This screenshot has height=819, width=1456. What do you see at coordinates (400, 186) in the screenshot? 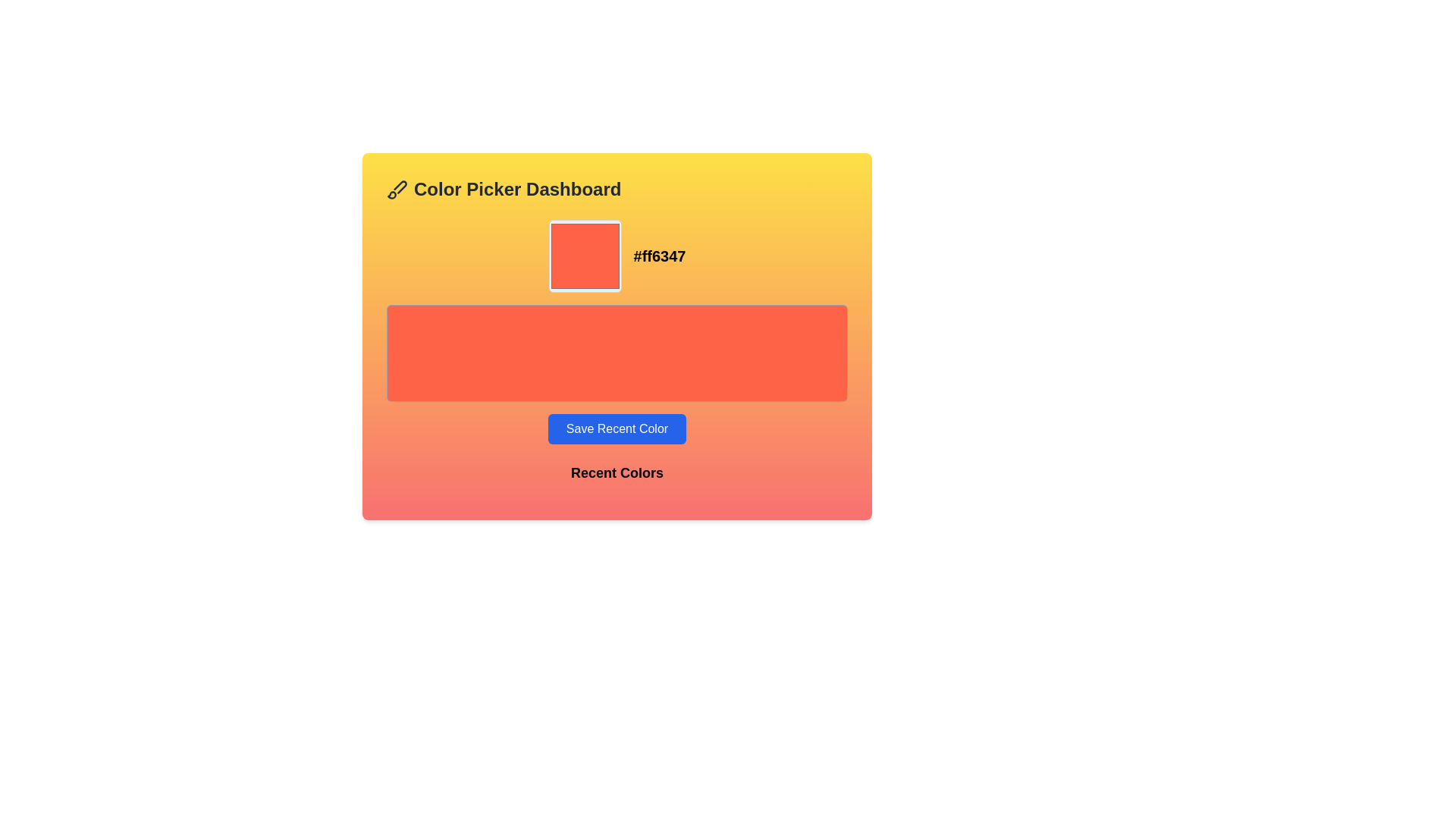
I see `the graphical icon component representing a brush, located next to the 'Color Picker Dashboard' header` at bounding box center [400, 186].